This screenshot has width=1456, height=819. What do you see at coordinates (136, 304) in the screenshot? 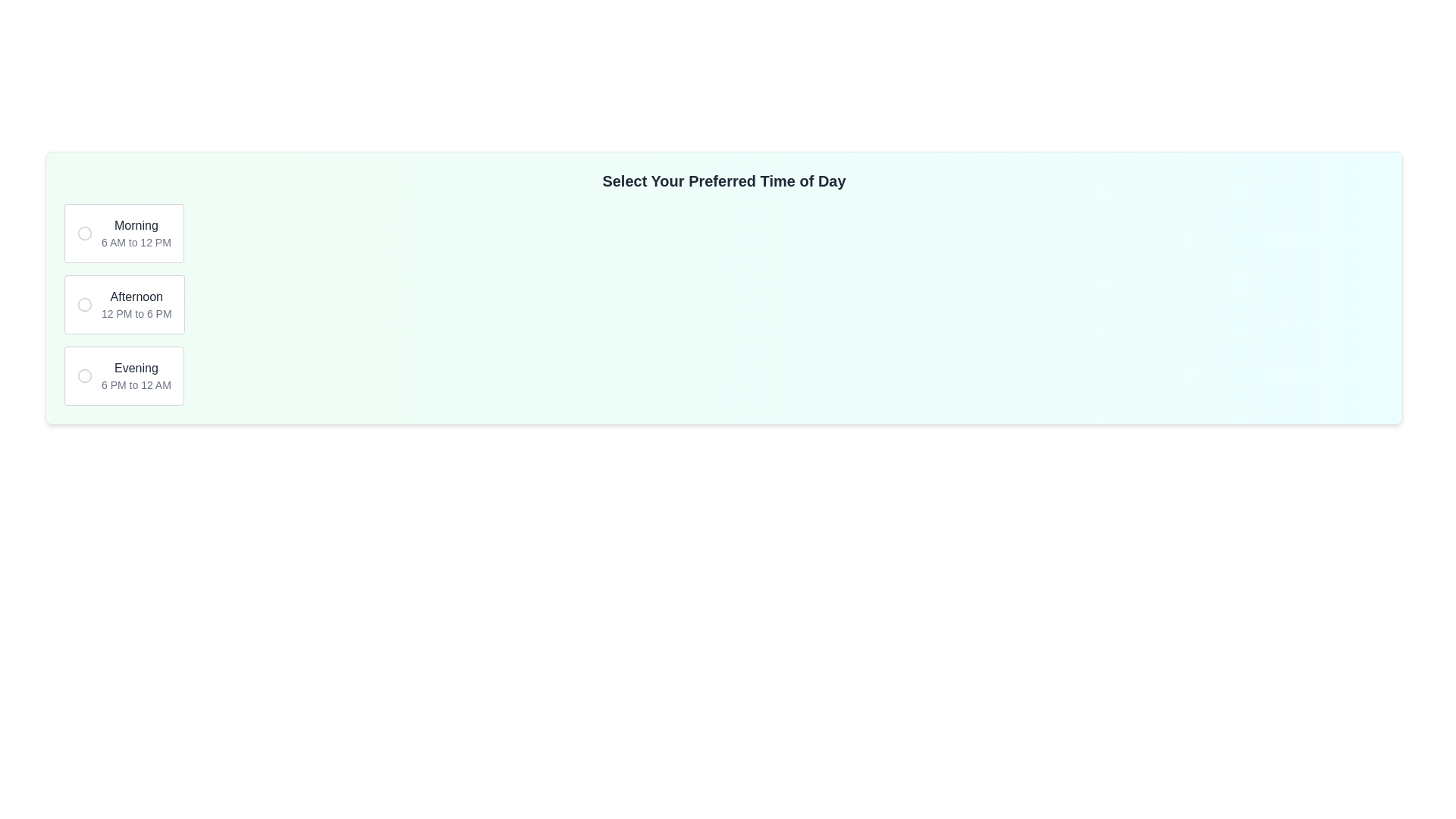
I see `text label that displays 'Afternoon' and '12 PM to 6 PM' within the second selectable box in a vertical list of options` at bounding box center [136, 304].